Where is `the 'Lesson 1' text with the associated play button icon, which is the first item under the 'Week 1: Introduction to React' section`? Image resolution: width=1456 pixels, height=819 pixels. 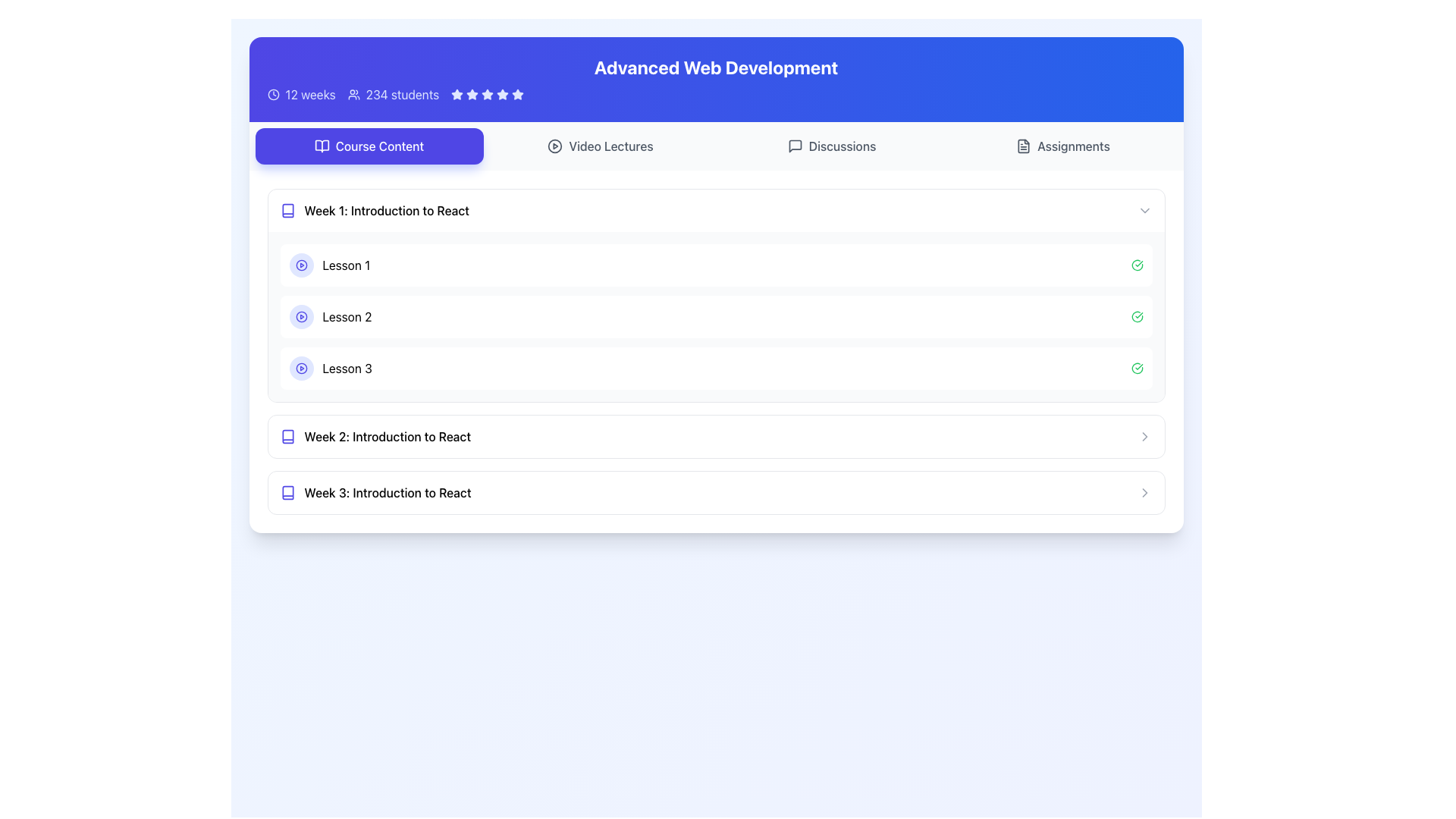
the 'Lesson 1' text with the associated play button icon, which is the first item under the 'Week 1: Introduction to React' section is located at coordinates (328, 265).